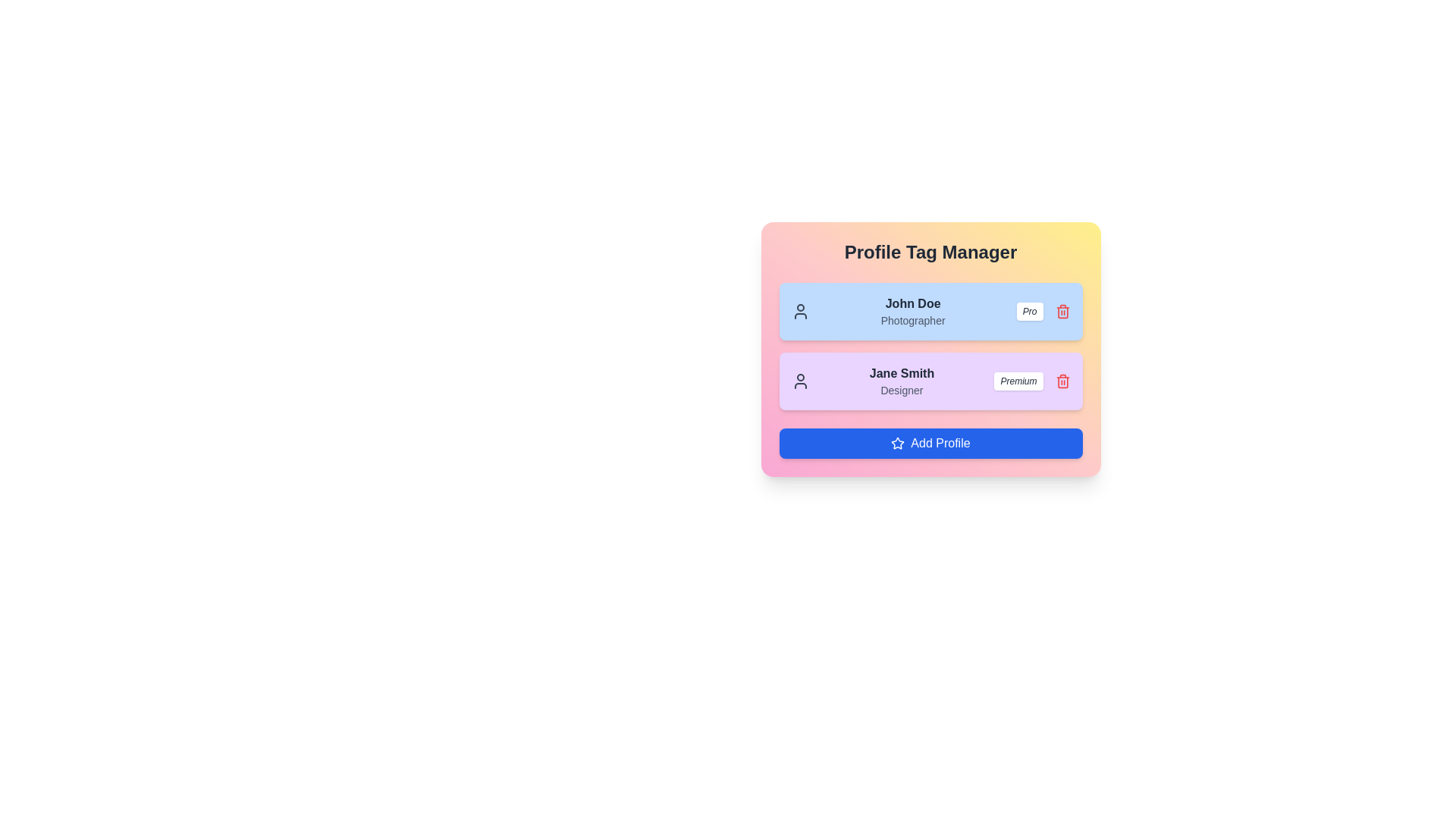  Describe the element at coordinates (930, 444) in the screenshot. I see `'Add Profile' button to add a new profile` at that location.